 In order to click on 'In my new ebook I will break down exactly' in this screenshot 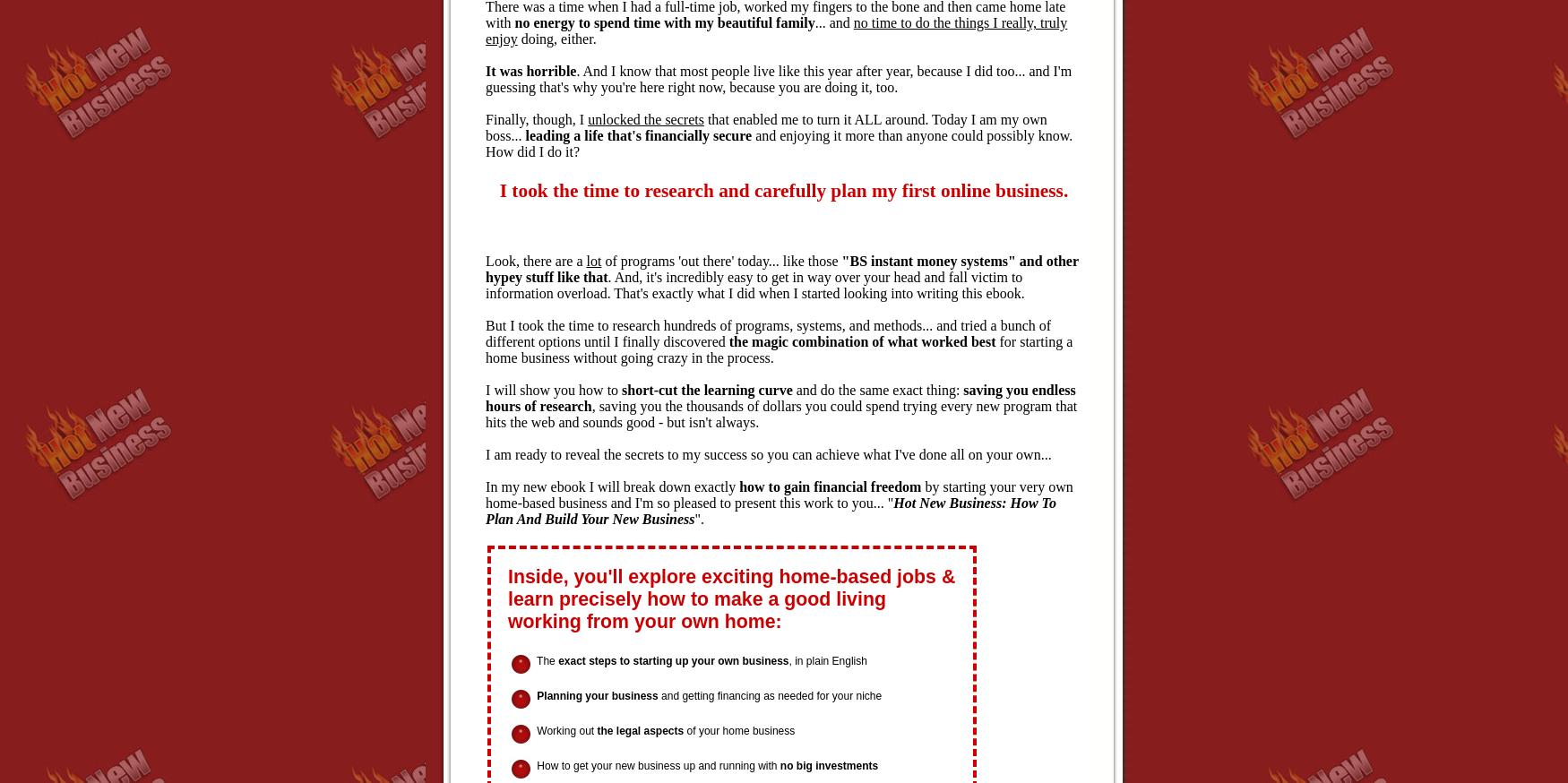, I will do `click(611, 486)`.